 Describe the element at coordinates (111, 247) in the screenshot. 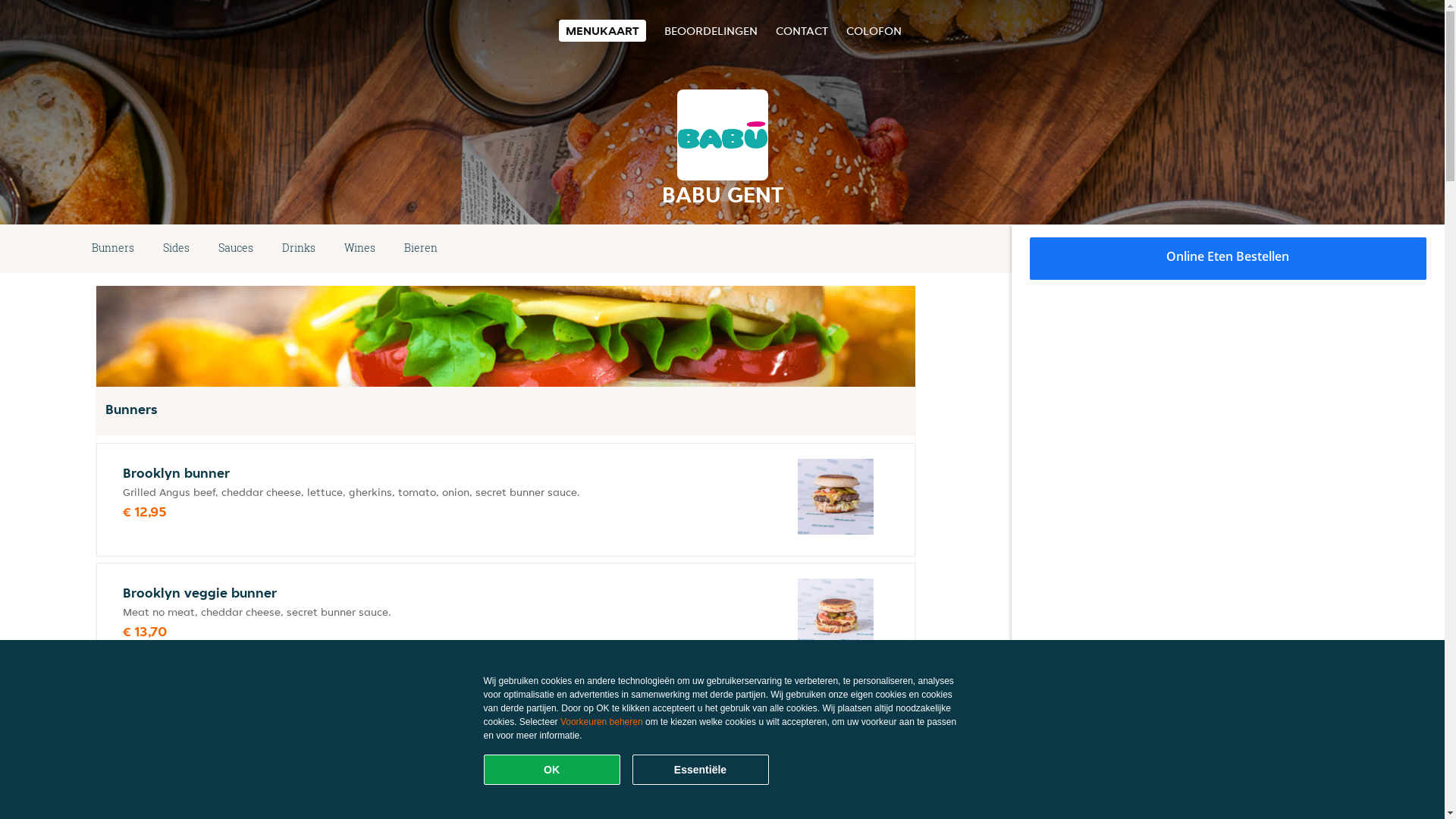

I see `'Bunners'` at that location.